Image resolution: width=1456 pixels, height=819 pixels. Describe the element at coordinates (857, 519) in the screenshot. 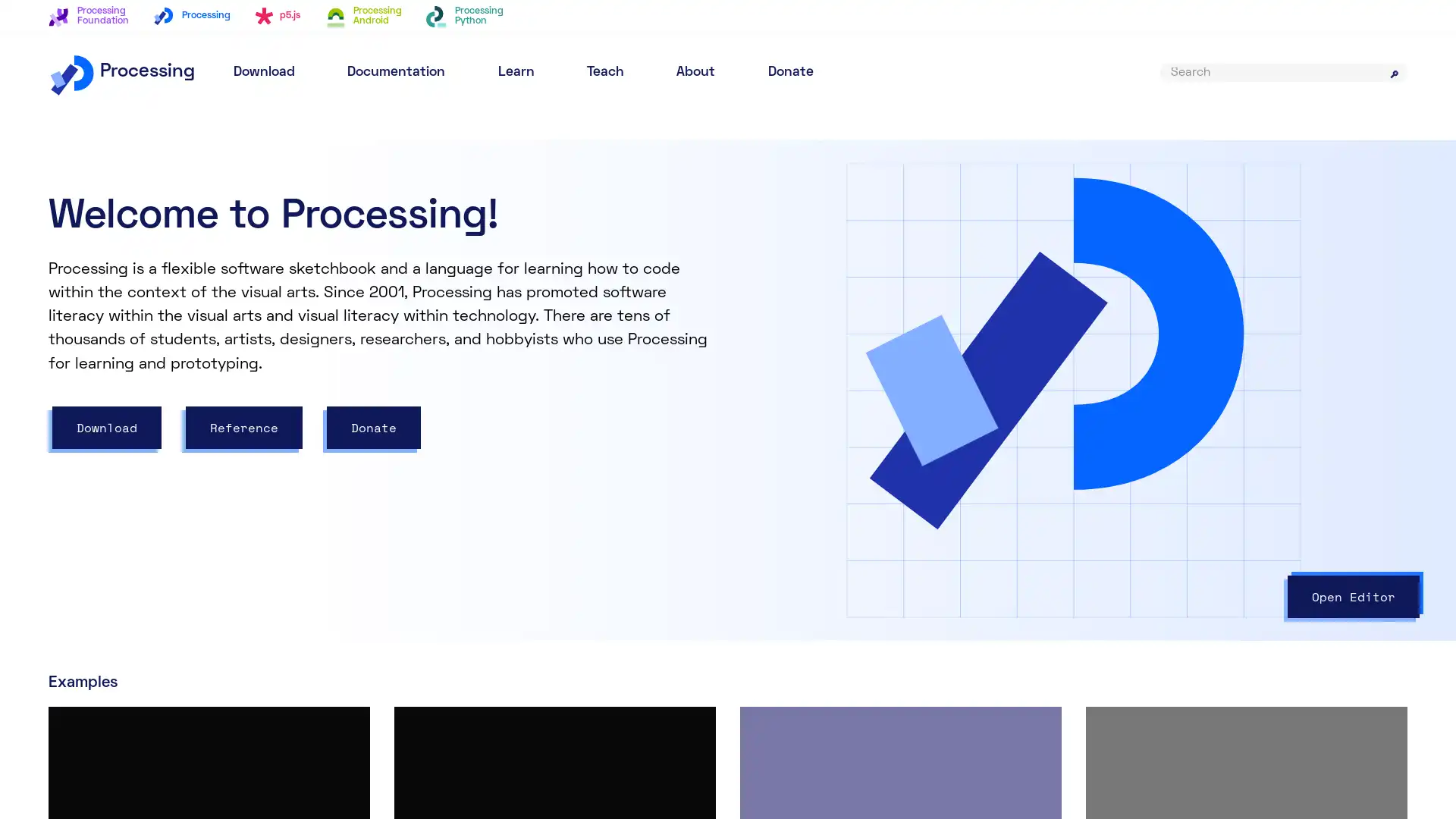

I see `change position` at that location.